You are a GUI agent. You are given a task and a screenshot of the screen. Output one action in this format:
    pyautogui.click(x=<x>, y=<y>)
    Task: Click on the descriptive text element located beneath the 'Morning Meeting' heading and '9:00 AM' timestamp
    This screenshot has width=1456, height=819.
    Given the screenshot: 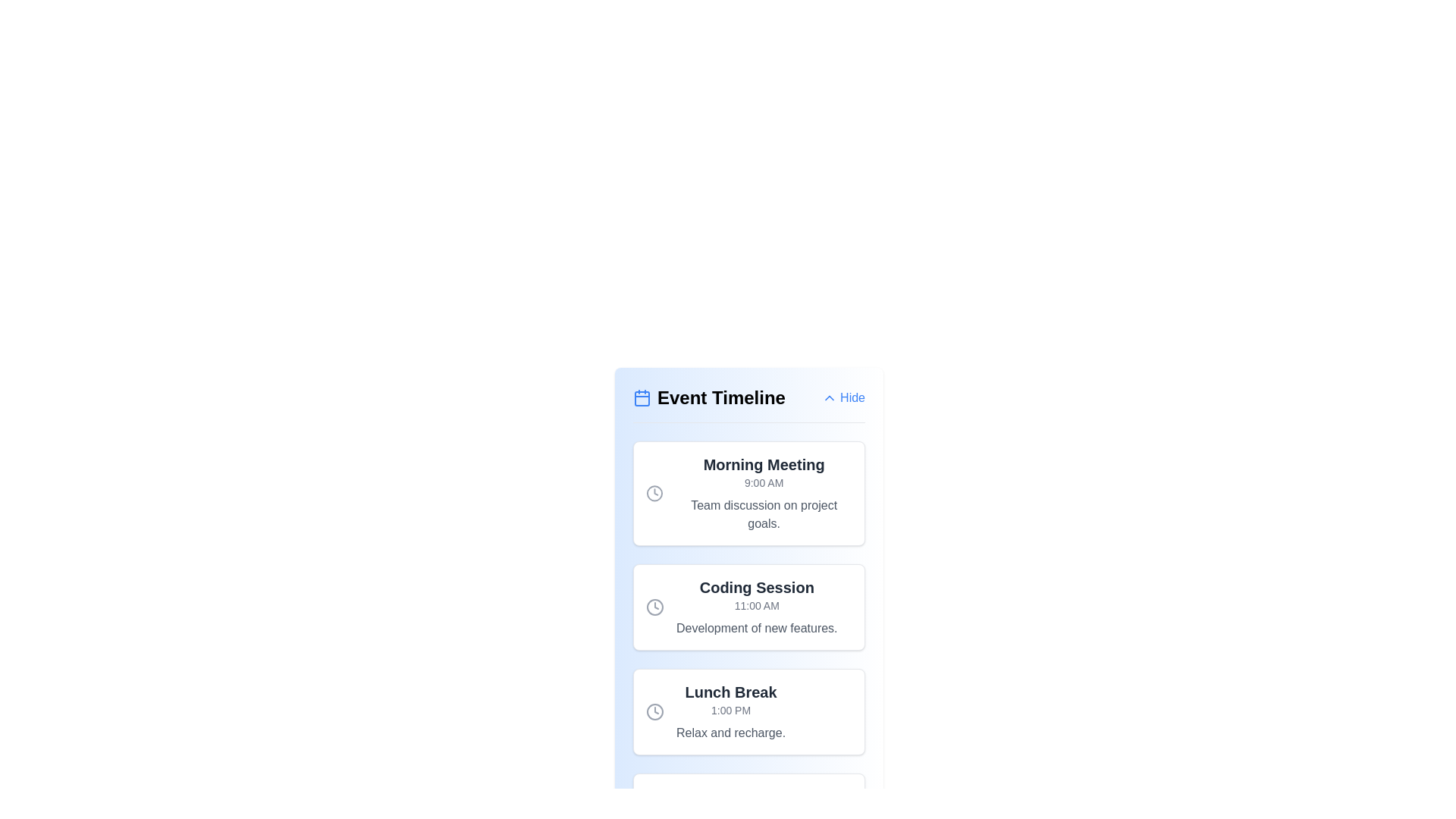 What is the action you would take?
    pyautogui.click(x=764, y=513)
    